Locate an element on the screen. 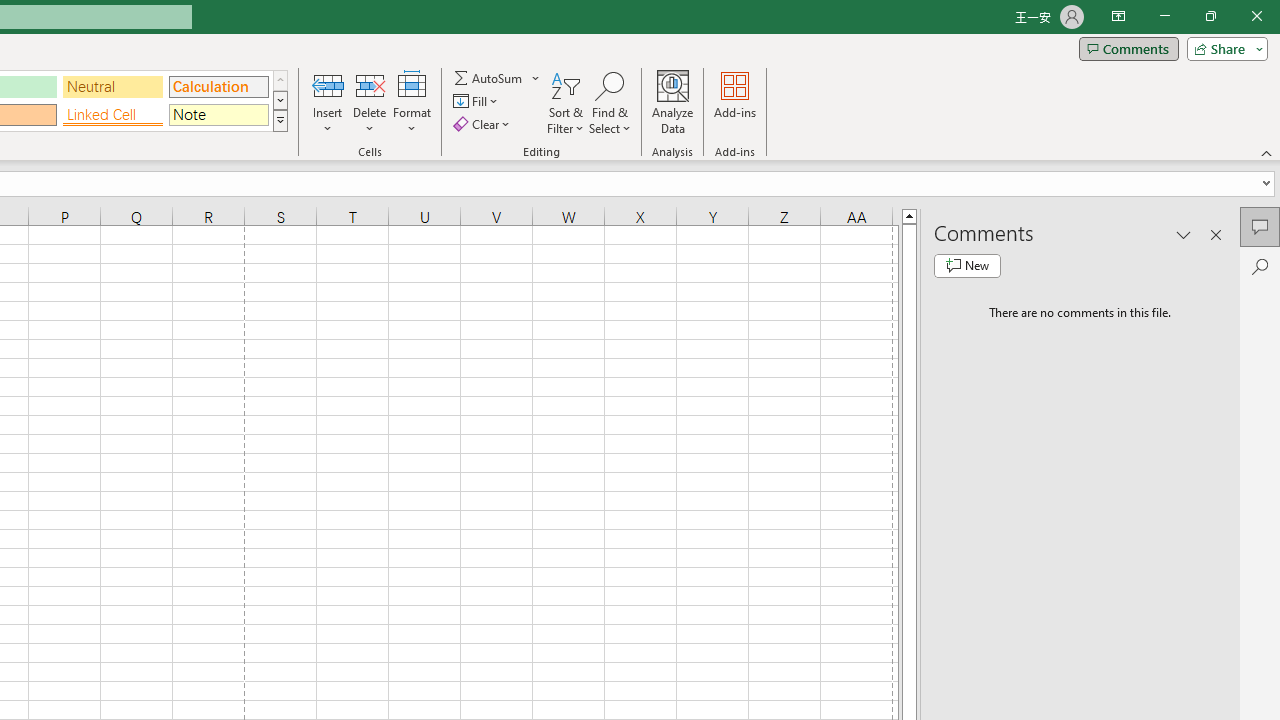 Image resolution: width=1280 pixels, height=720 pixels. 'Delete Cells...' is located at coordinates (369, 84).